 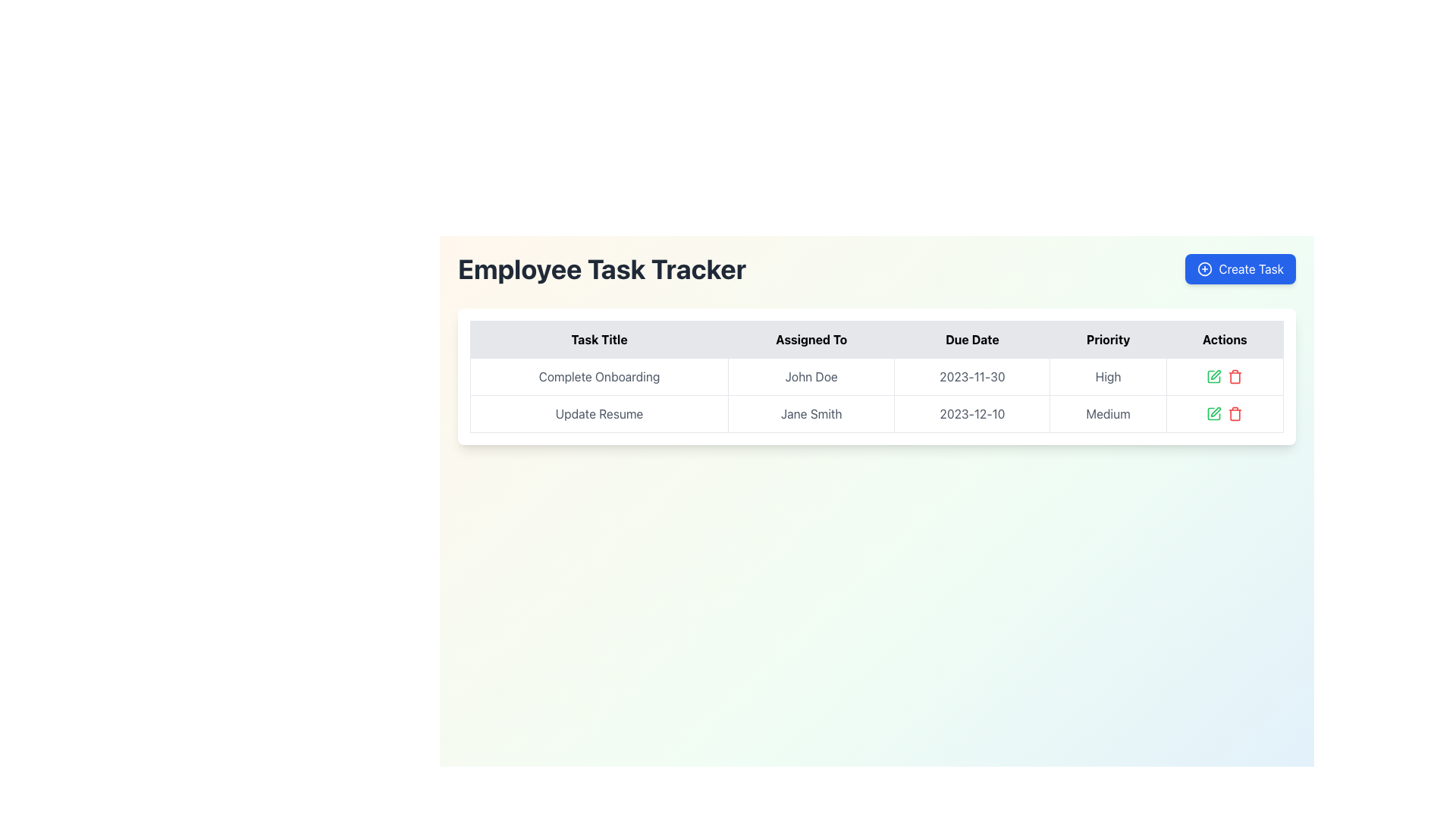 What do you see at coordinates (811, 376) in the screenshot?
I see `text content of the Text Display showing 'John Doe', which is located in the 'Assigned To' column of the 'Employee Task Tracker' interface` at bounding box center [811, 376].